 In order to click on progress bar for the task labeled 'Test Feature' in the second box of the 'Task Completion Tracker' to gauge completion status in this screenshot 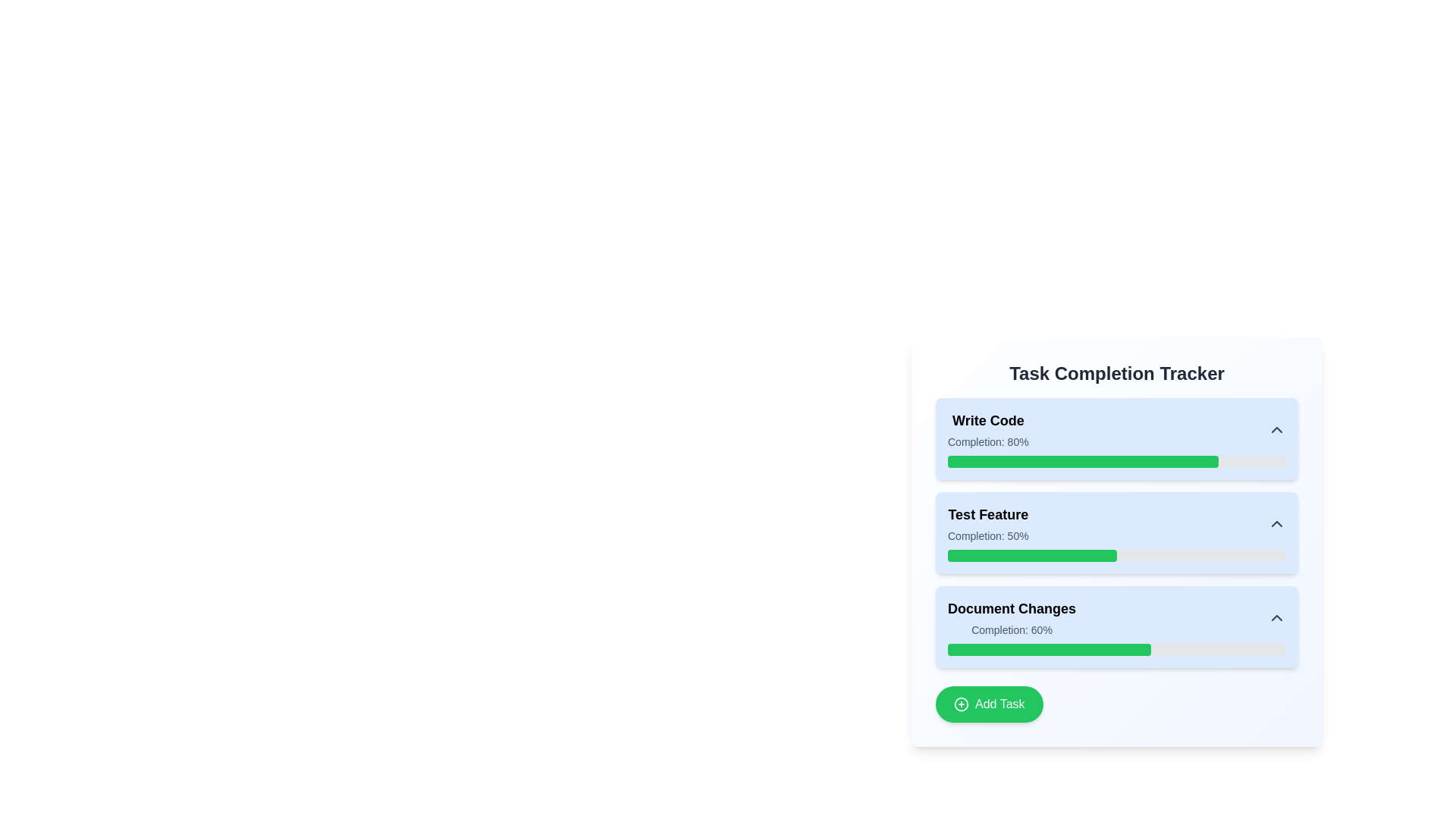, I will do `click(1117, 532)`.